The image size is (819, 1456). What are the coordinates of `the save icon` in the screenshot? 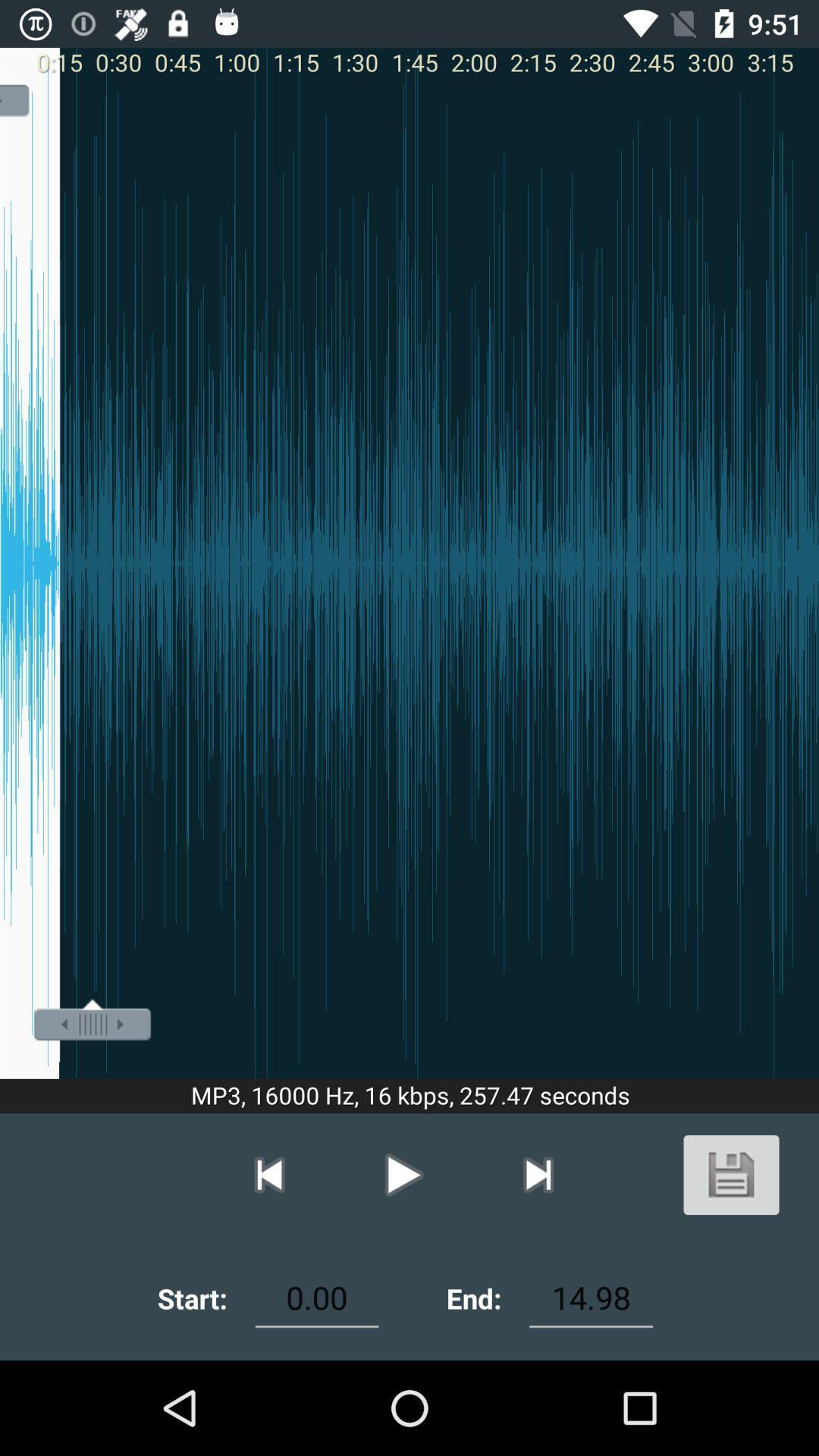 It's located at (730, 1174).